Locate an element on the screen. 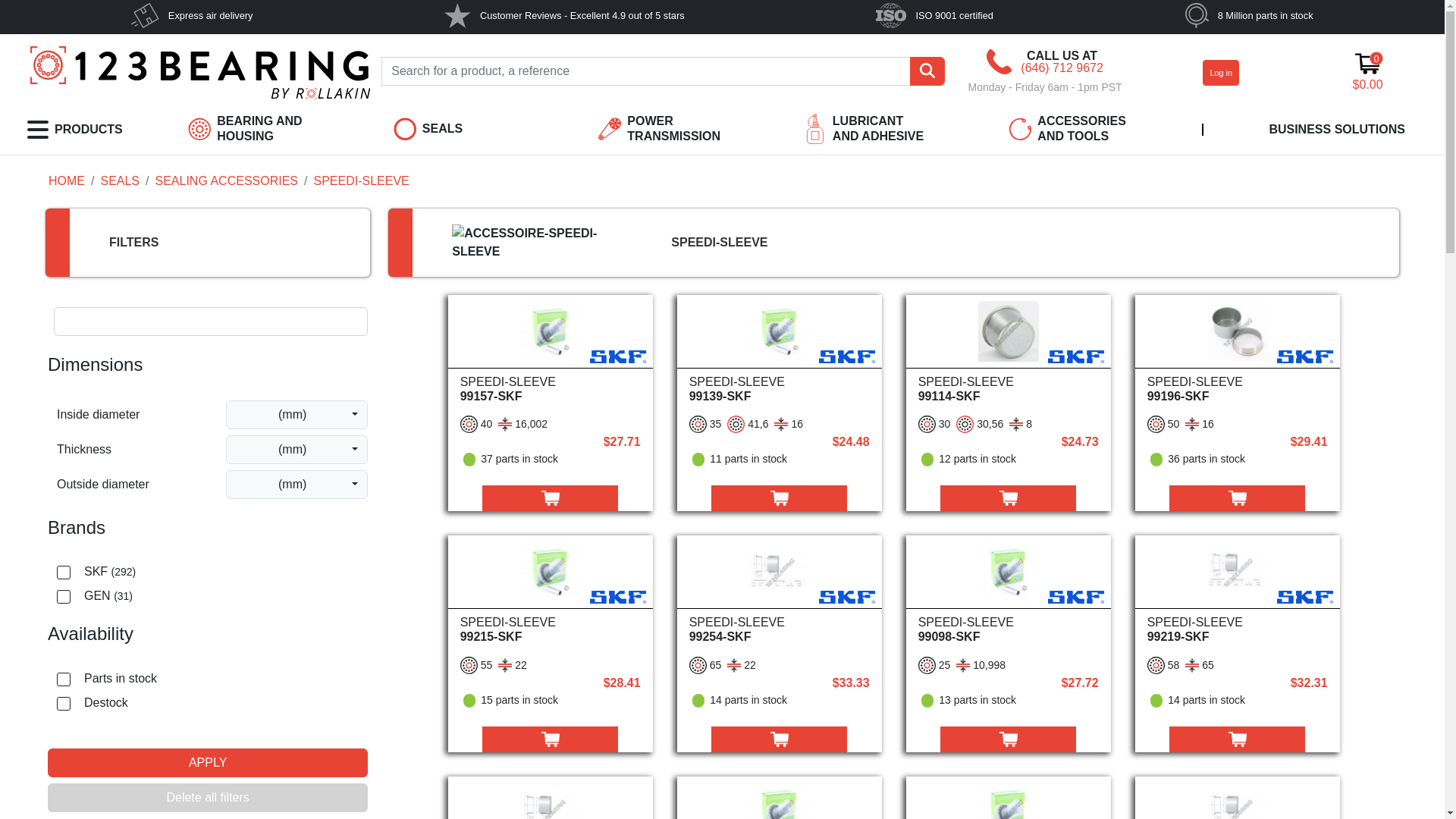 This screenshot has width=1456, height=819. 'SPEEDI-SLEEVE is located at coordinates (1135, 386).